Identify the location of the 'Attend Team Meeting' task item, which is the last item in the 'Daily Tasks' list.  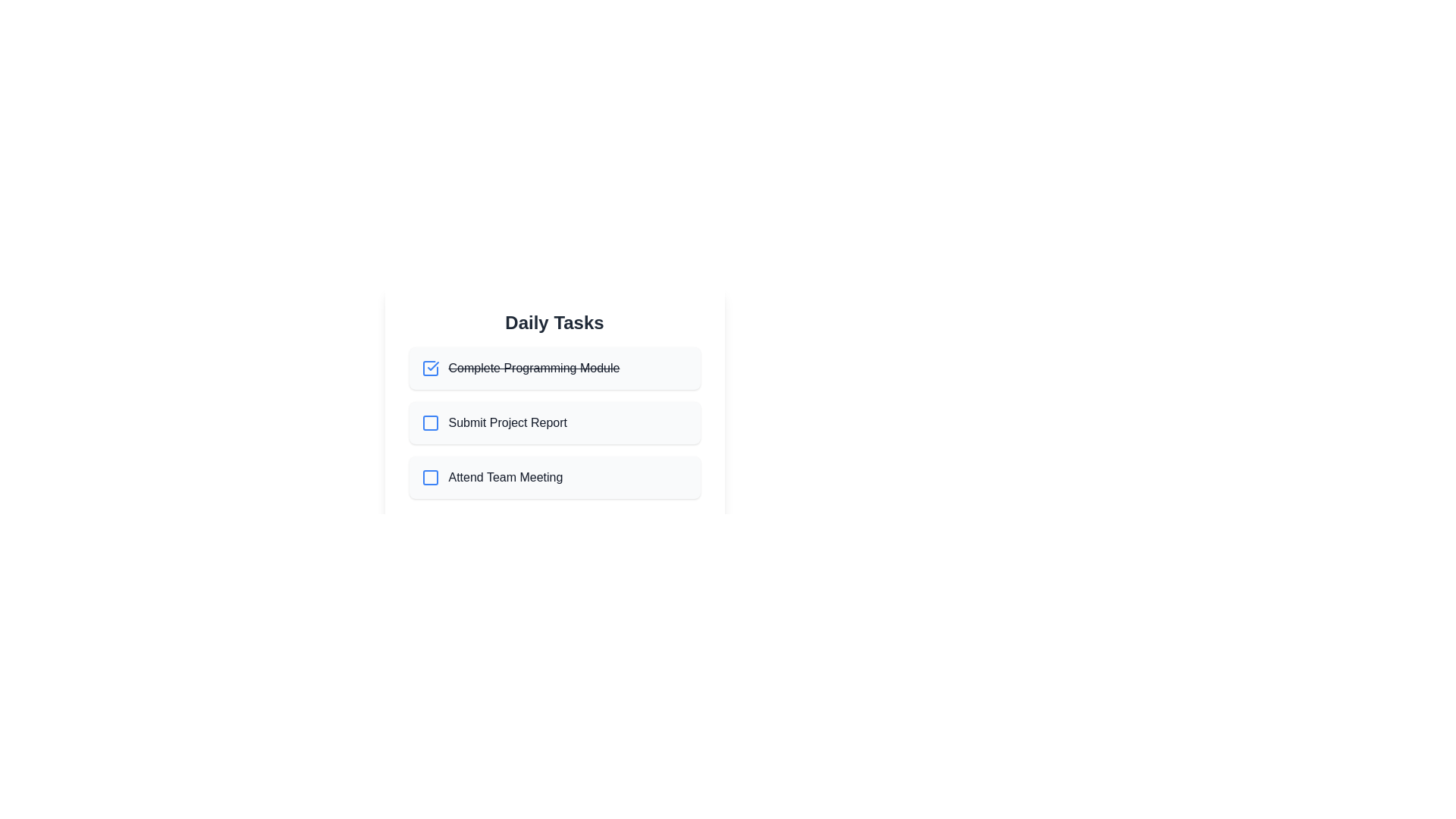
(554, 476).